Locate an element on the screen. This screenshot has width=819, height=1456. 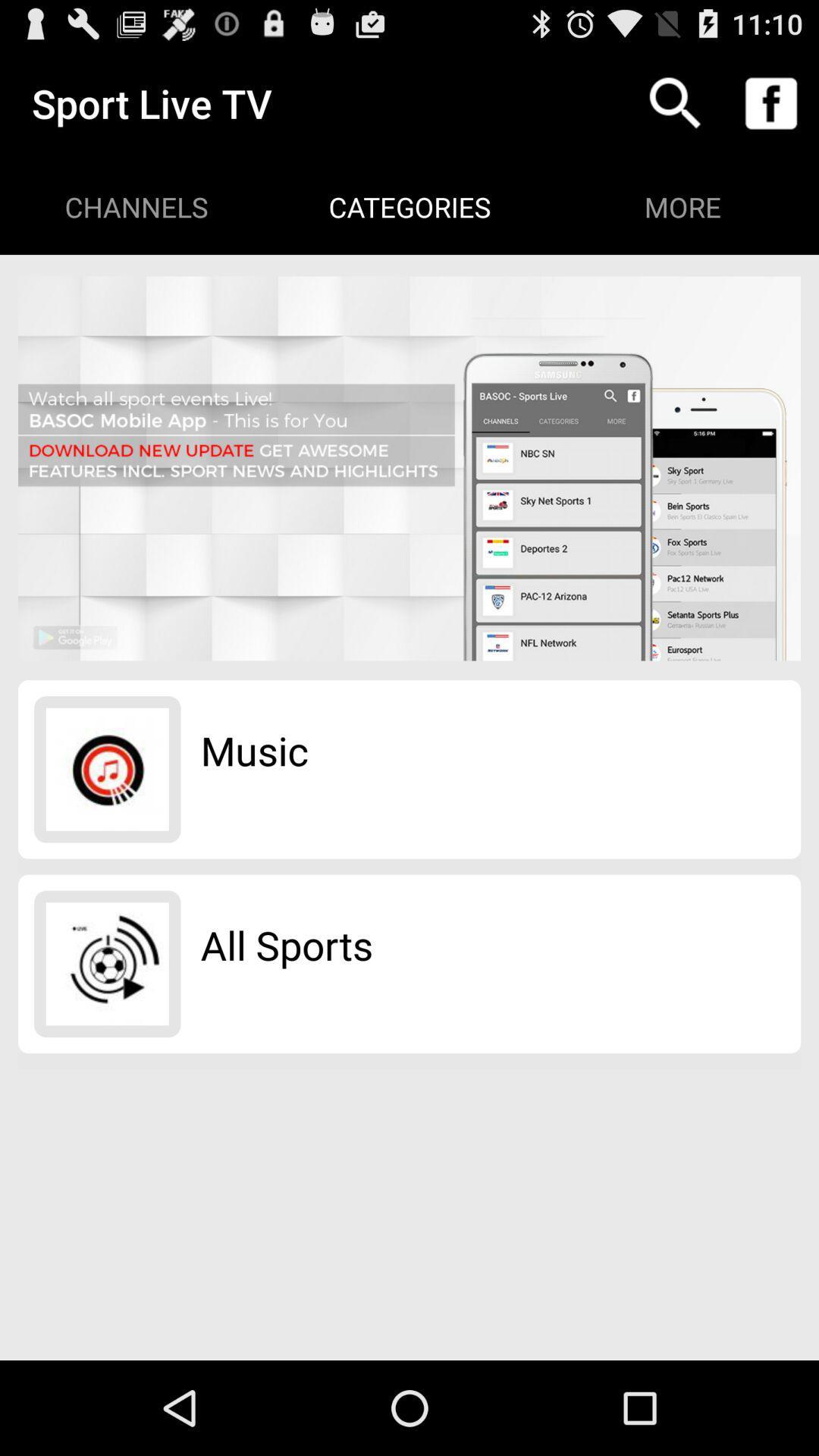
icon above more is located at coordinates (675, 102).